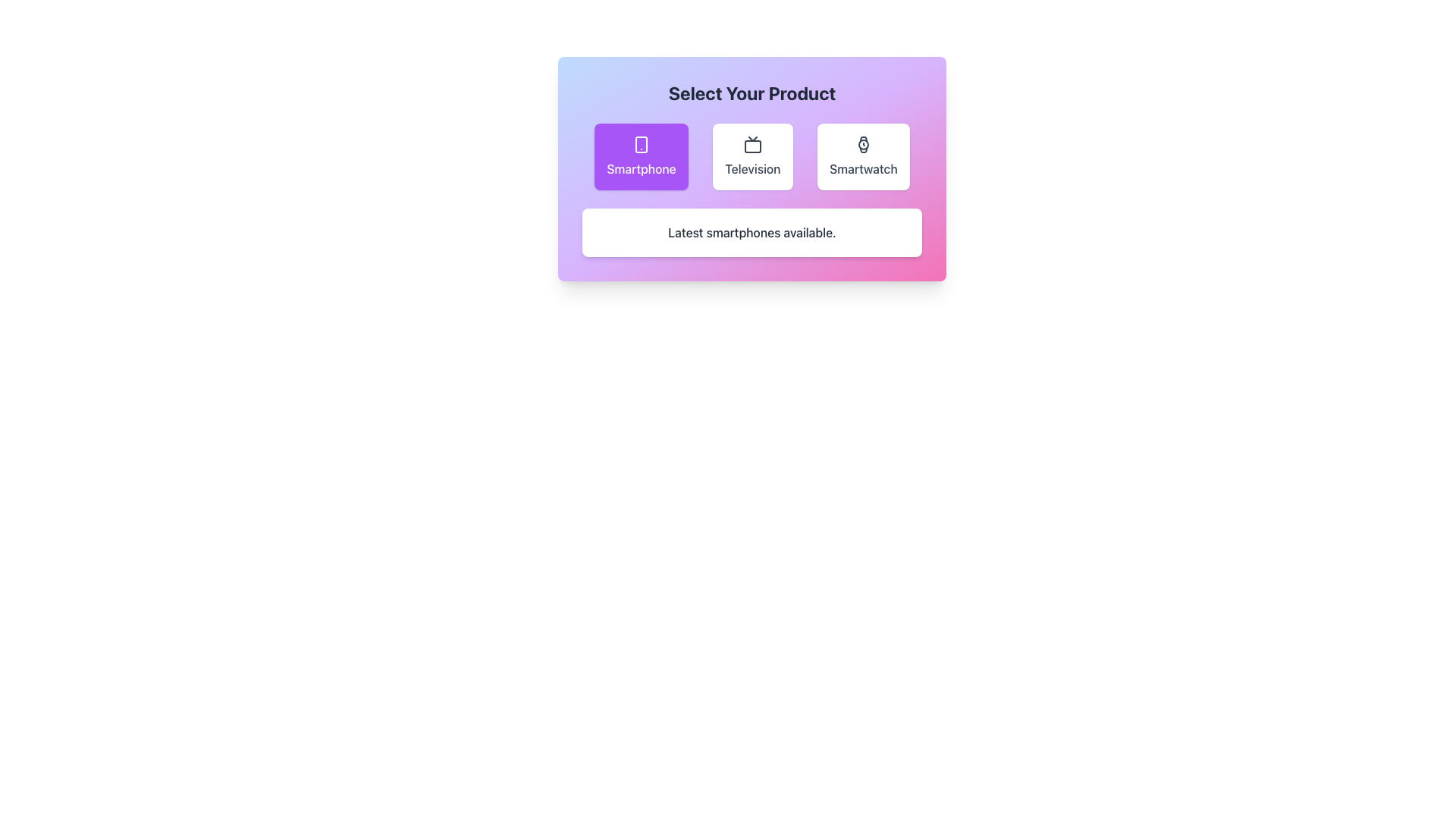  I want to click on the decorative graphical part of the television icon that enhances its appearance, located between the Smartphone and Smartwatch options, so click(752, 146).